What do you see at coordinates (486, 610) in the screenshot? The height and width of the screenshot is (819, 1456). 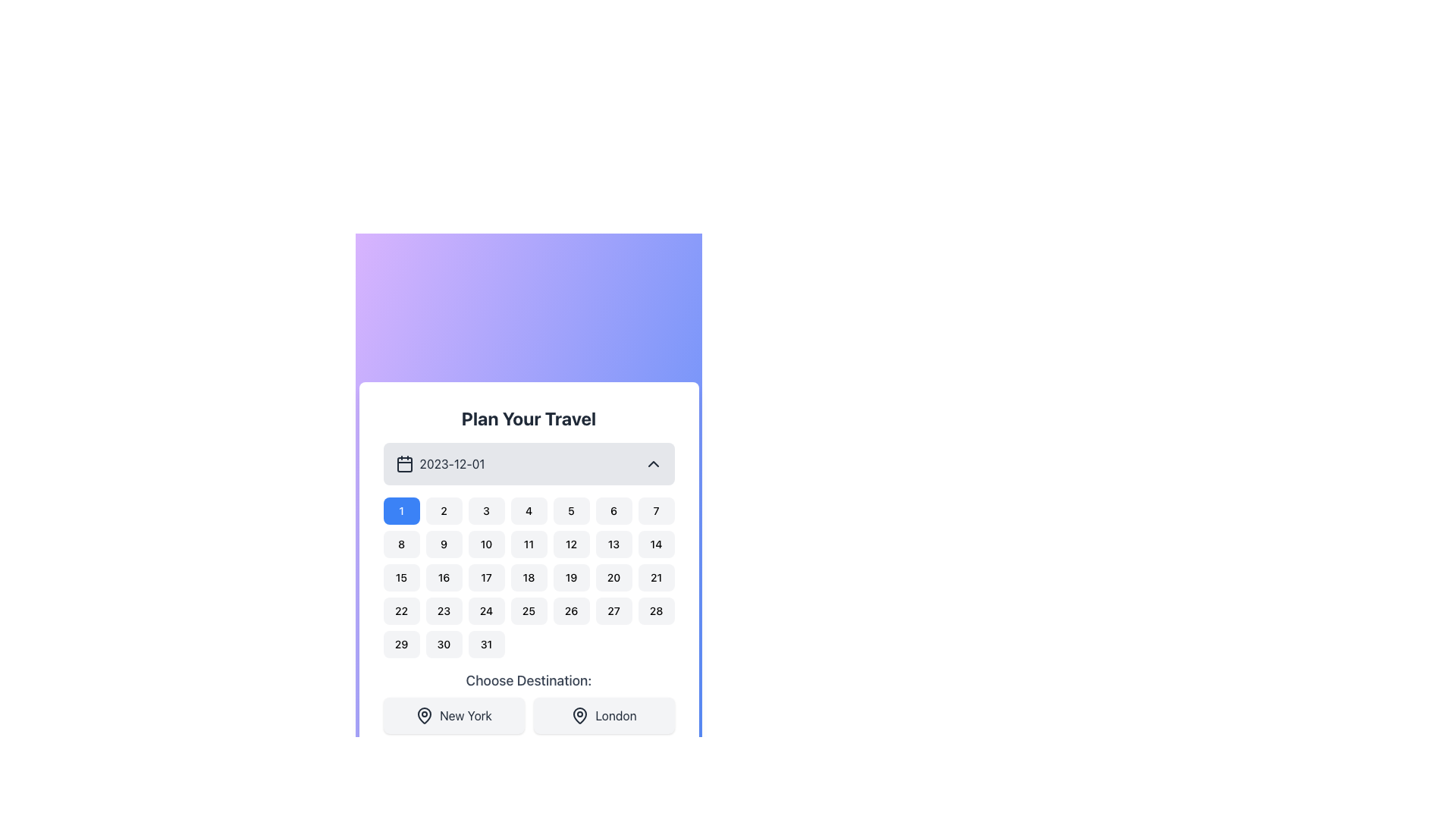 I see `the button representing the 24th day in the calendar grid` at bounding box center [486, 610].